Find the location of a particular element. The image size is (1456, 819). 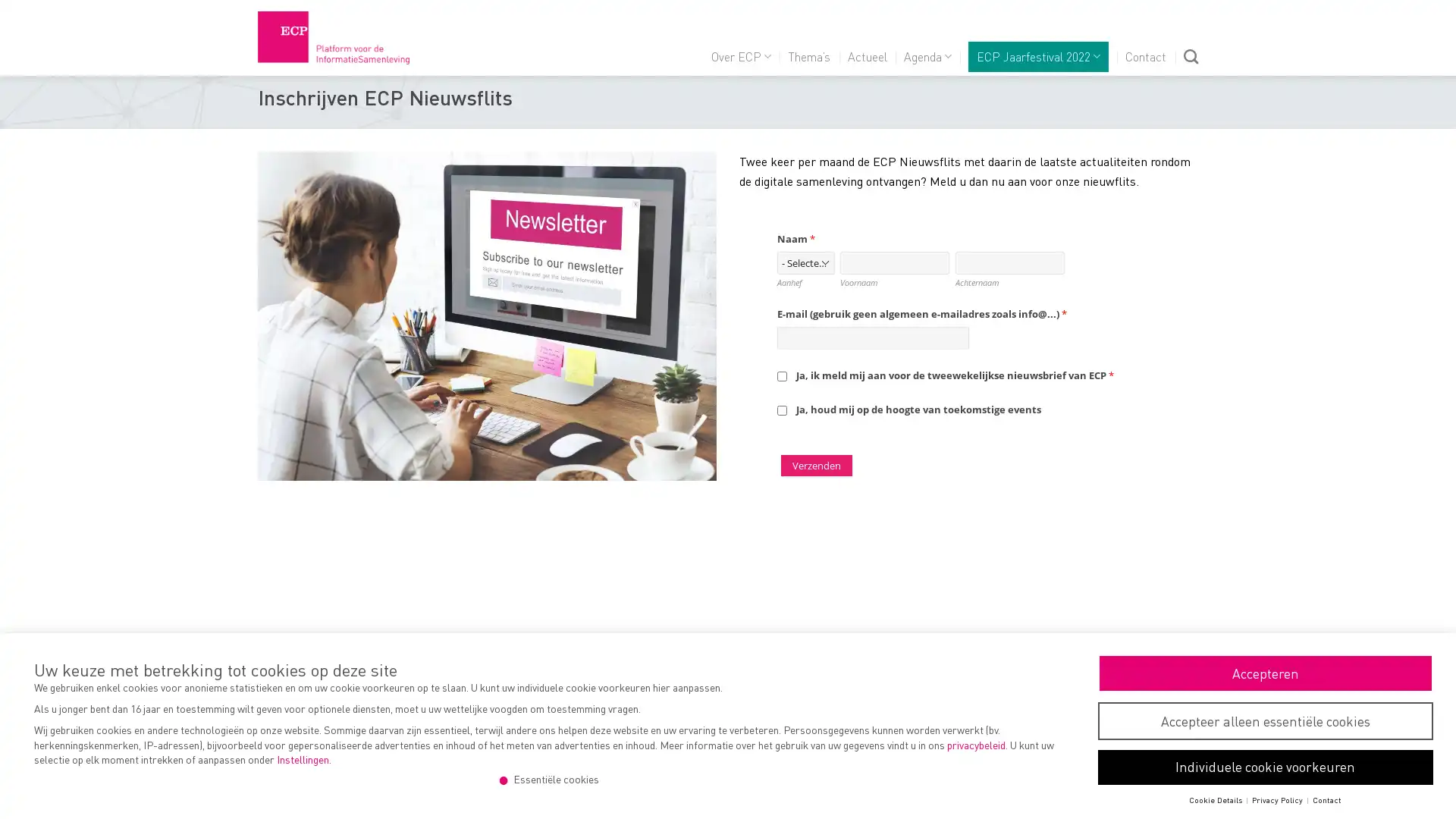

Accepteer alleen essentiele cookies is located at coordinates (1265, 720).